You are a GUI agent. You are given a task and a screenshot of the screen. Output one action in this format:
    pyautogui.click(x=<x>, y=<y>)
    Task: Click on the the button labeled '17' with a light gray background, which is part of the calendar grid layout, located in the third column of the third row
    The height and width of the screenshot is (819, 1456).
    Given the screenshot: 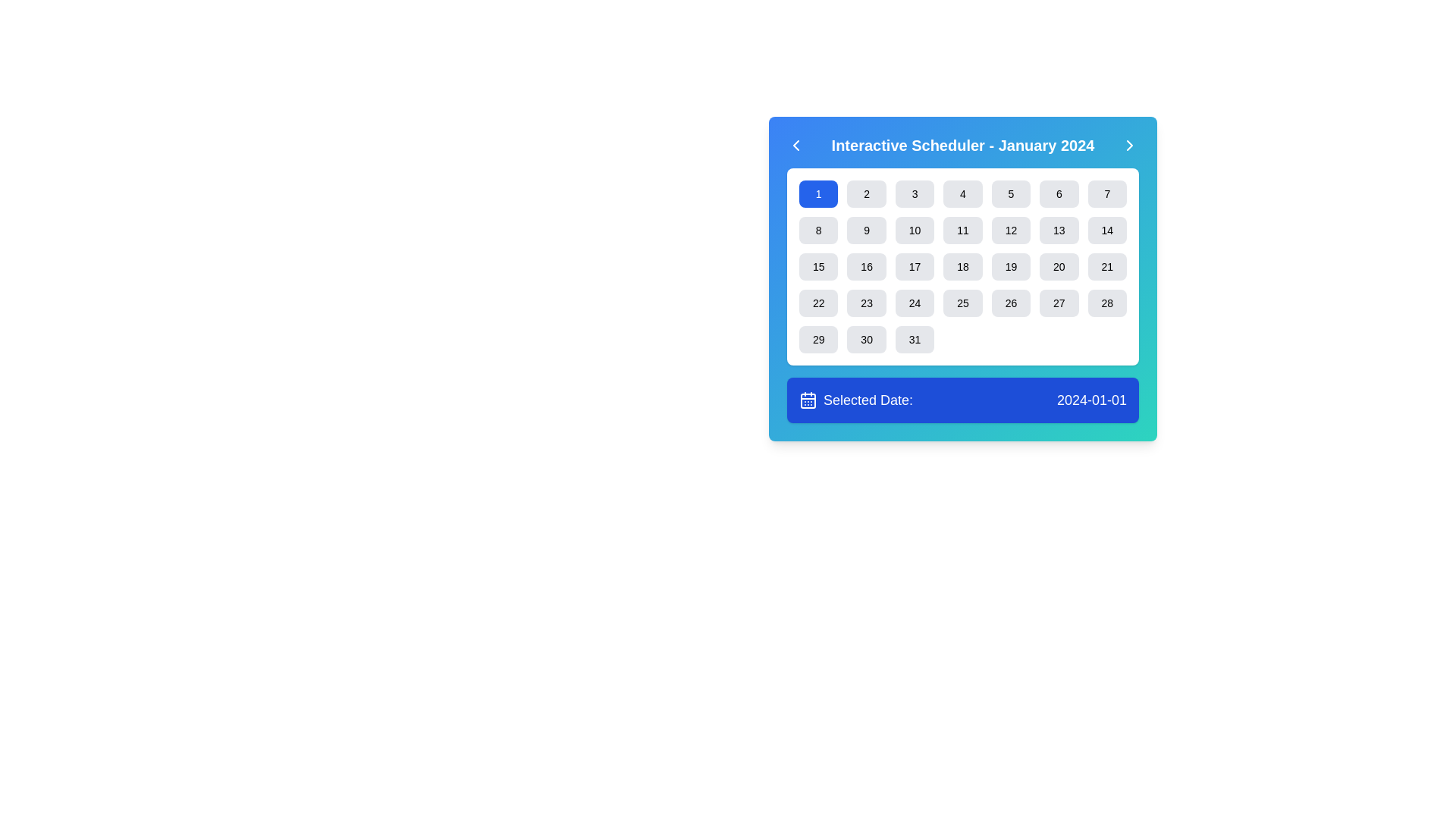 What is the action you would take?
    pyautogui.click(x=914, y=265)
    